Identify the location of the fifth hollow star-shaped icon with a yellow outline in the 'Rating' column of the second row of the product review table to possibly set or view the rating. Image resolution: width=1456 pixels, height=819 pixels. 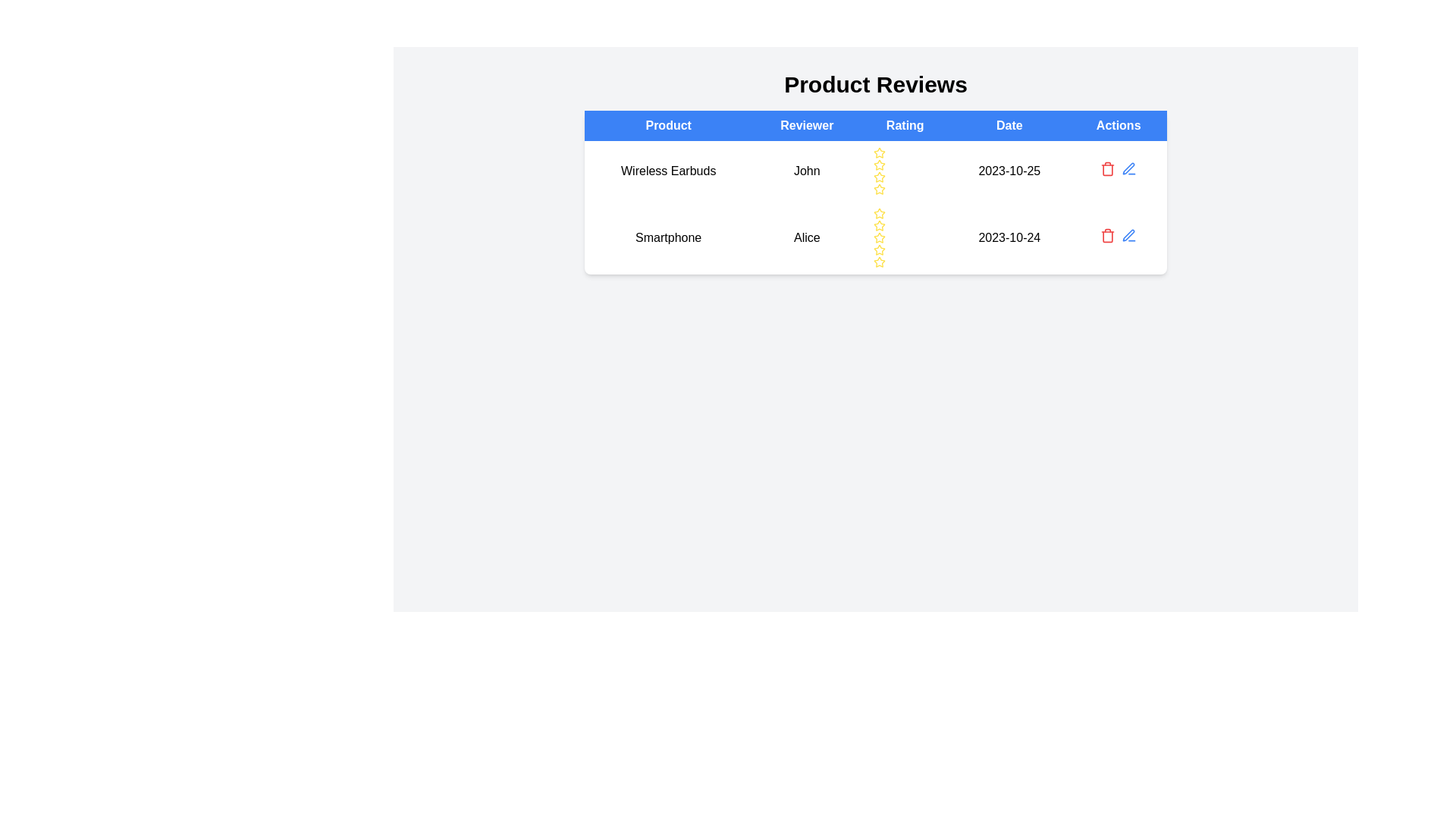
(880, 237).